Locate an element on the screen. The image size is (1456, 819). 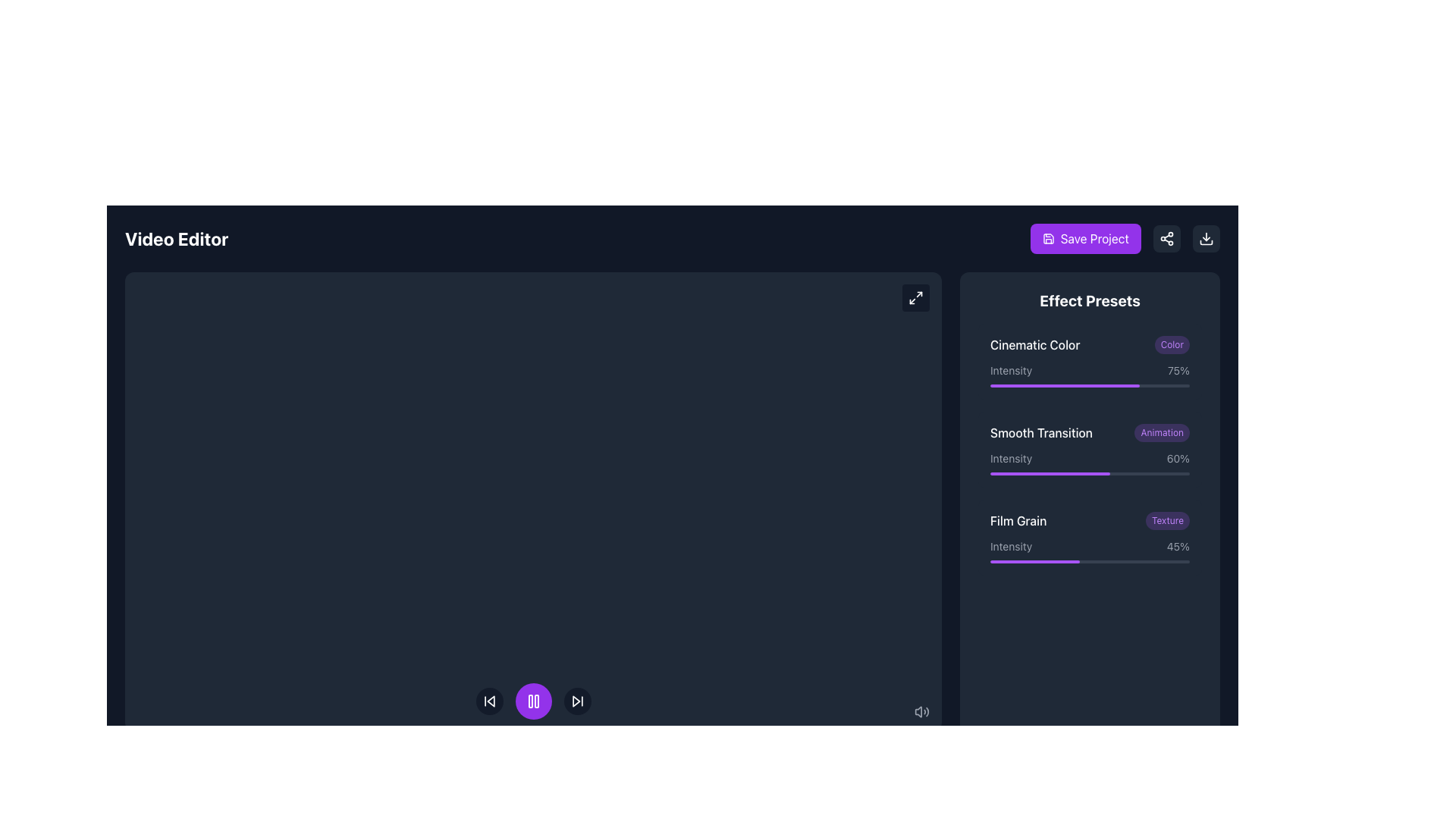
information displayed on the 'Smooth Transition' preset label located in the 'Effect Presets' section, which is the second item in the list is located at coordinates (1089, 432).